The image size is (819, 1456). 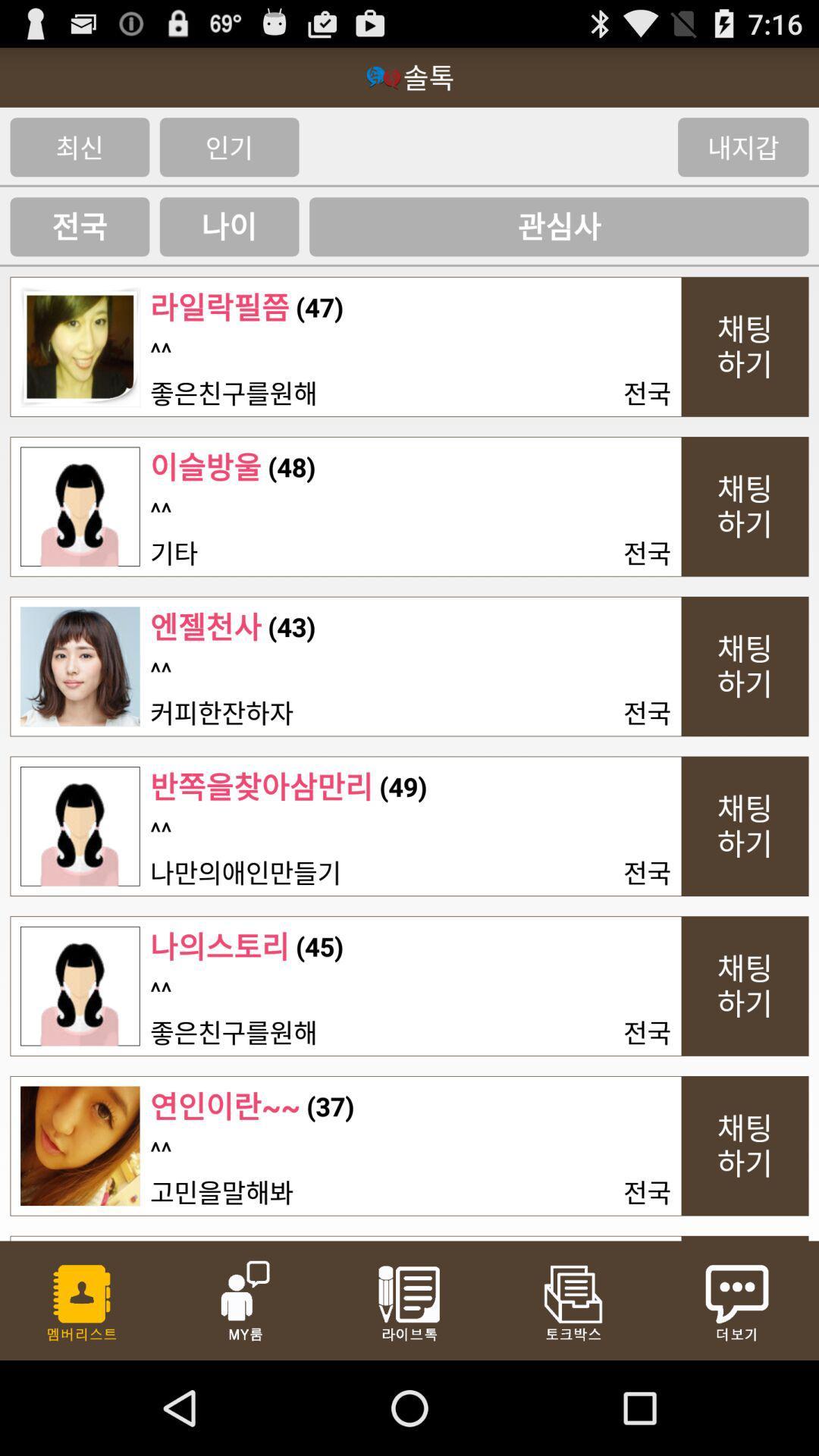 What do you see at coordinates (219, 946) in the screenshot?
I see `item next to  (45)` at bounding box center [219, 946].